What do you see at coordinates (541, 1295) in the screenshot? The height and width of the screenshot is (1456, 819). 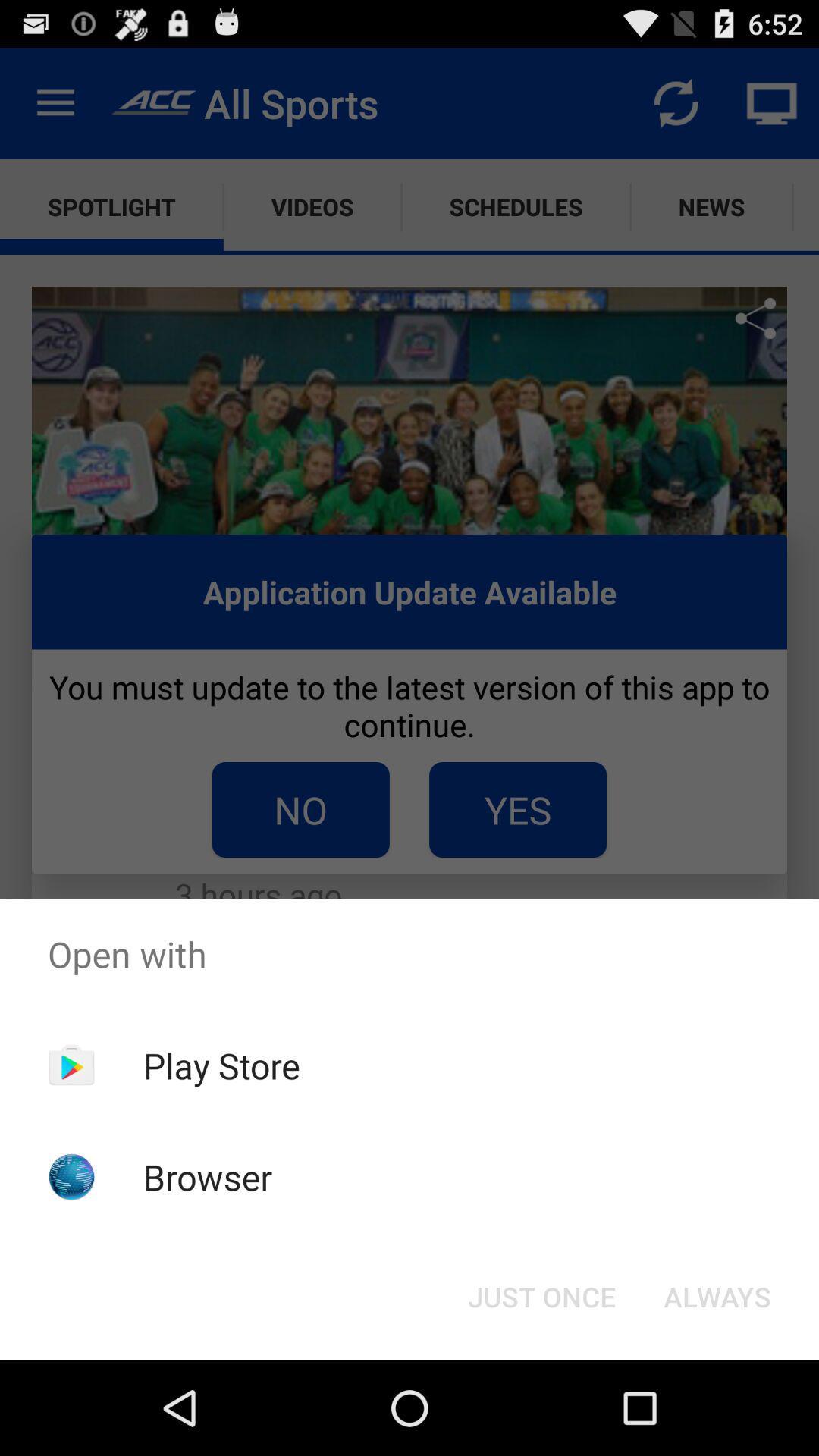 I see `the item below open with app` at bounding box center [541, 1295].